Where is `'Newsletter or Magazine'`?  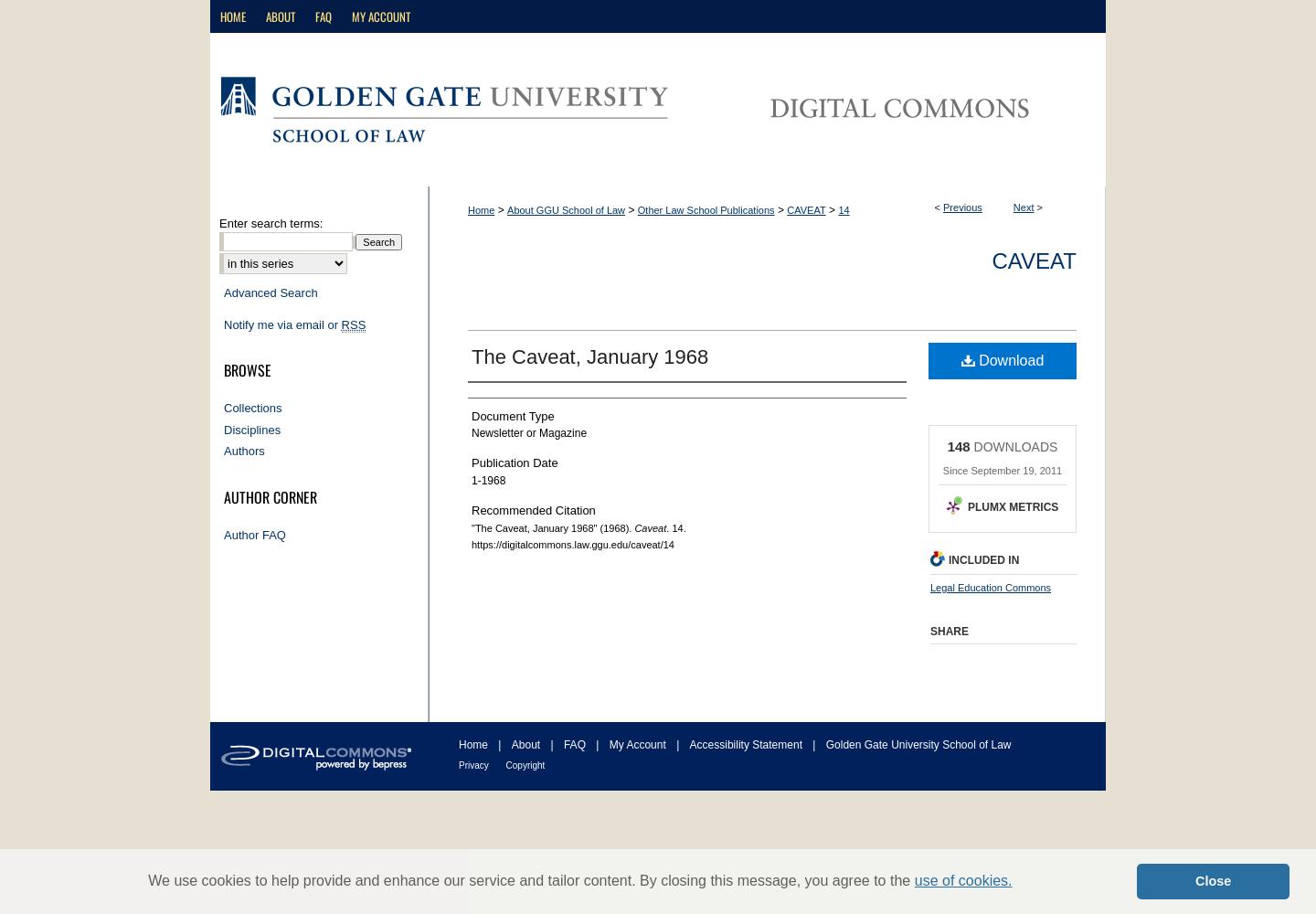
'Newsletter or Magazine' is located at coordinates (529, 432).